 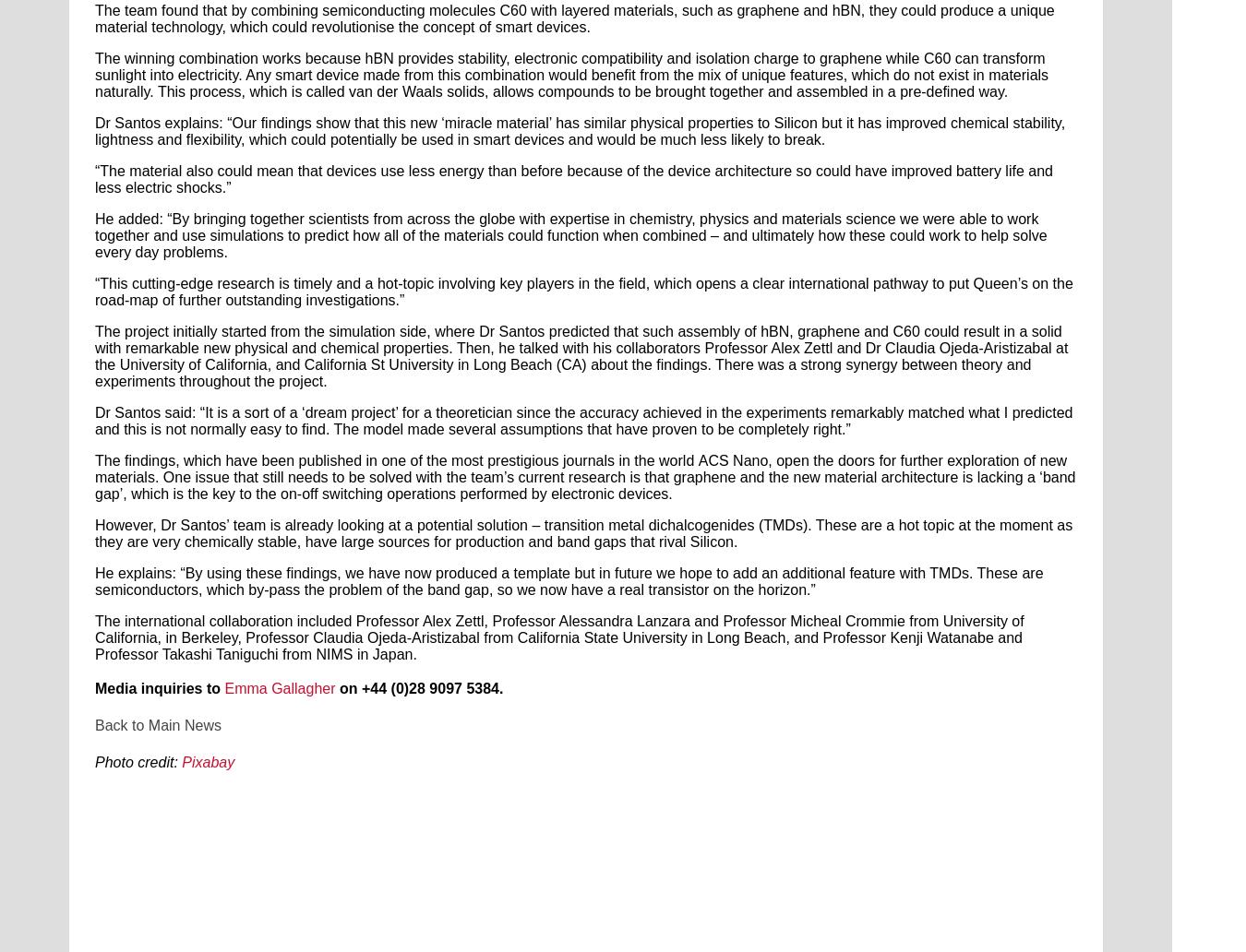 What do you see at coordinates (580, 130) in the screenshot?
I see `'Dr Santos explains: “Our findings show that this new ‘miracle material’ has similar physical properties to Silicon but it has improved chemical stability, lightness and flexibility, which could potentially be used in smart devices and would be much less likely to break.'` at bounding box center [580, 130].